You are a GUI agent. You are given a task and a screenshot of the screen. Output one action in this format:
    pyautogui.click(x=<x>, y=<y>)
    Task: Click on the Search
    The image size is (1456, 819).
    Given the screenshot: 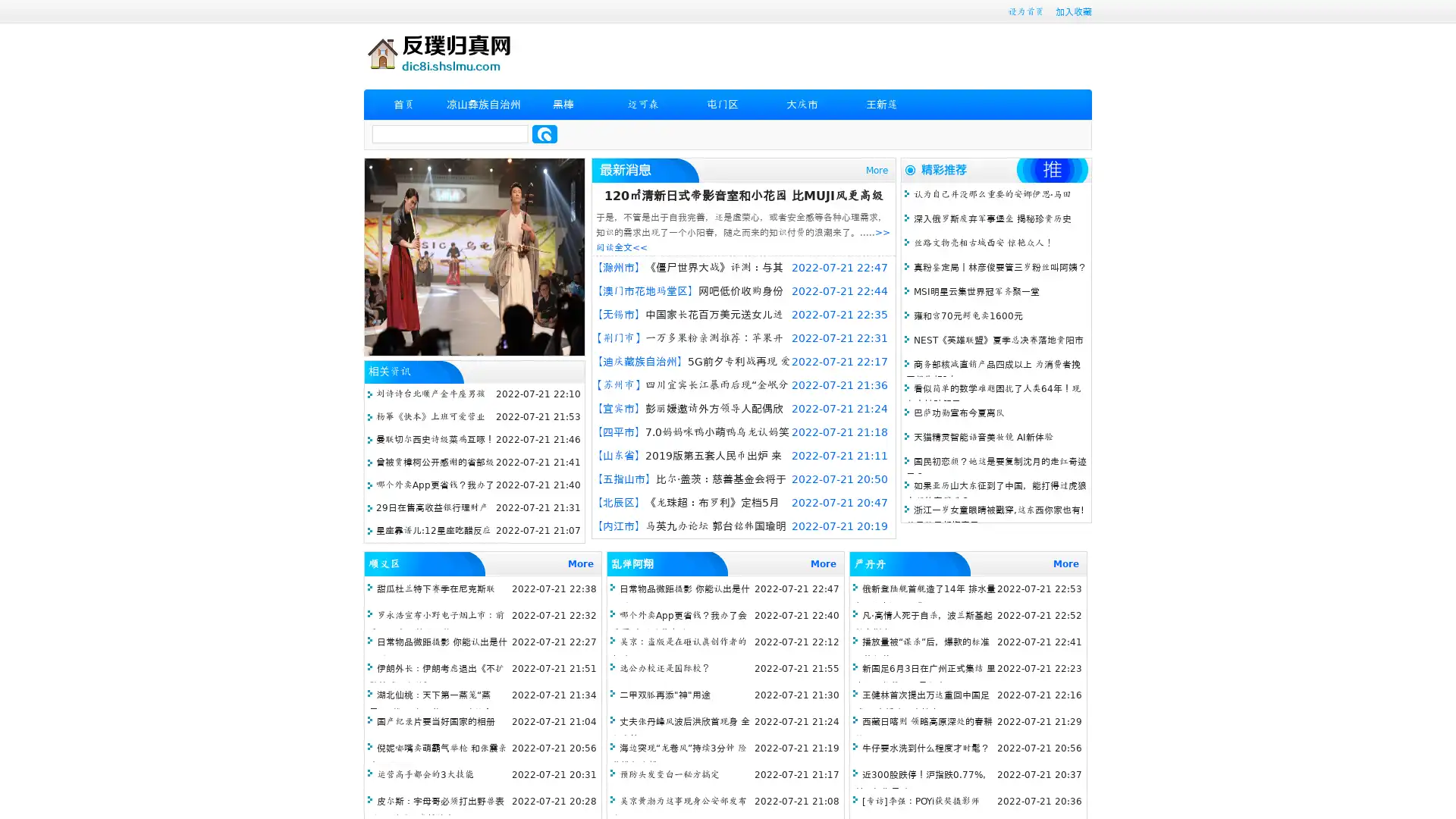 What is the action you would take?
    pyautogui.click(x=544, y=133)
    